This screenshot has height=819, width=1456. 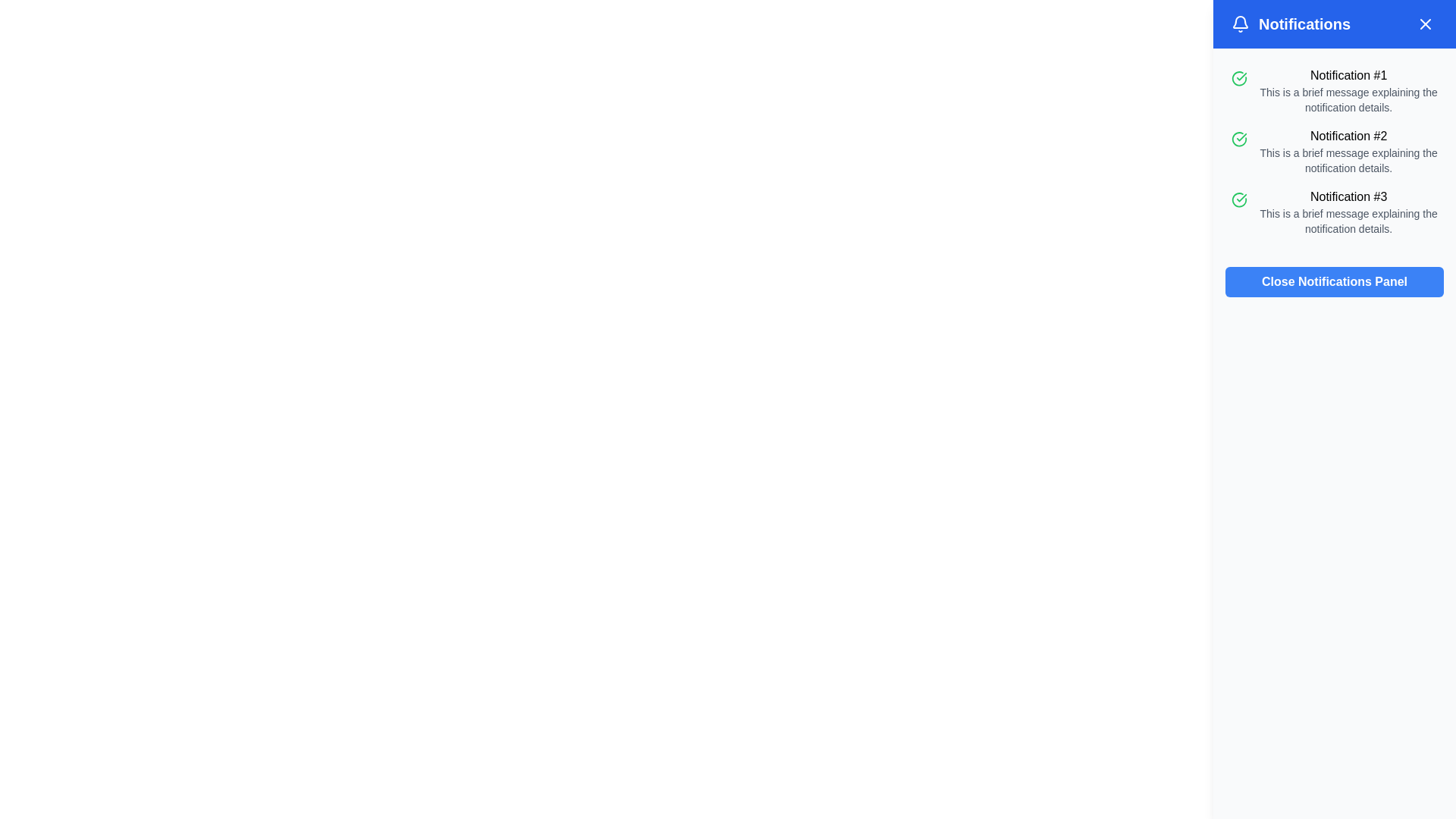 I want to click on the confirmation check icon located to the left of the text describing 'Notification #2' in the notification panel, so click(x=1241, y=77).